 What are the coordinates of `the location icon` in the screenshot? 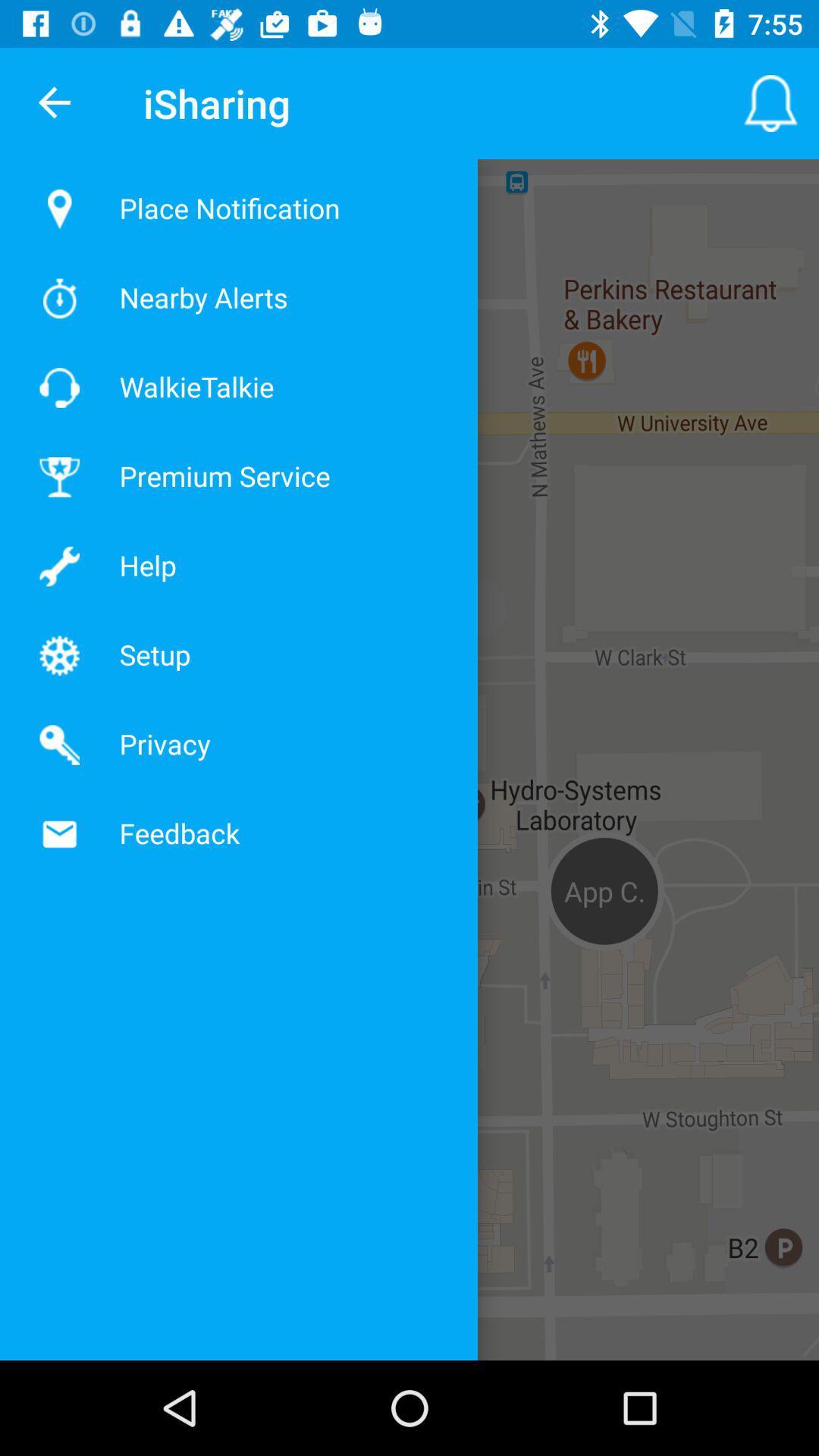 It's located at (49, 208).